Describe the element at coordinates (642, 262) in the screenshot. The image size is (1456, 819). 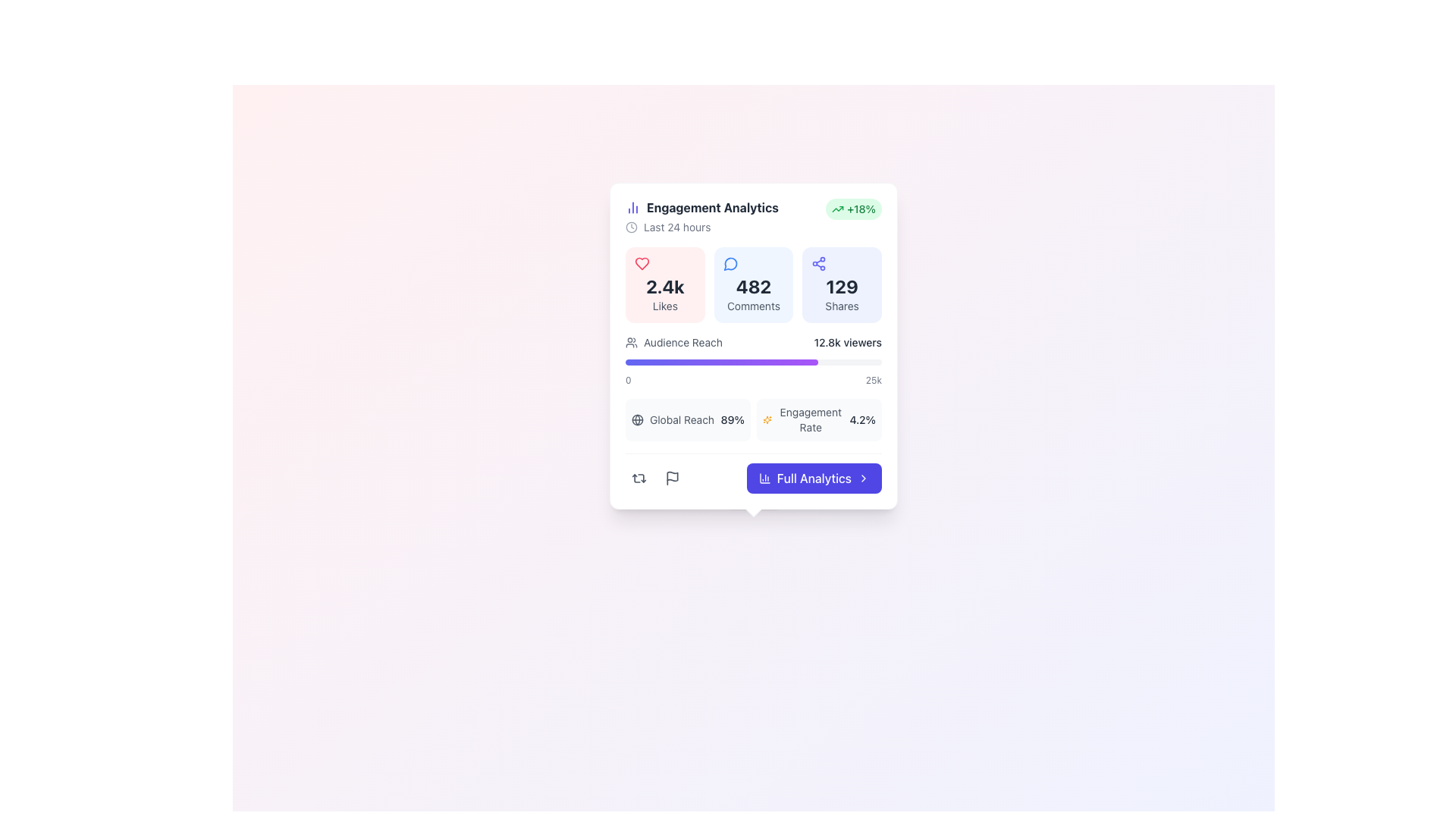
I see `the decorative icon representing likes, located to the left of '2.4k Likes' in the upper-left part of the analytics summary card` at that location.